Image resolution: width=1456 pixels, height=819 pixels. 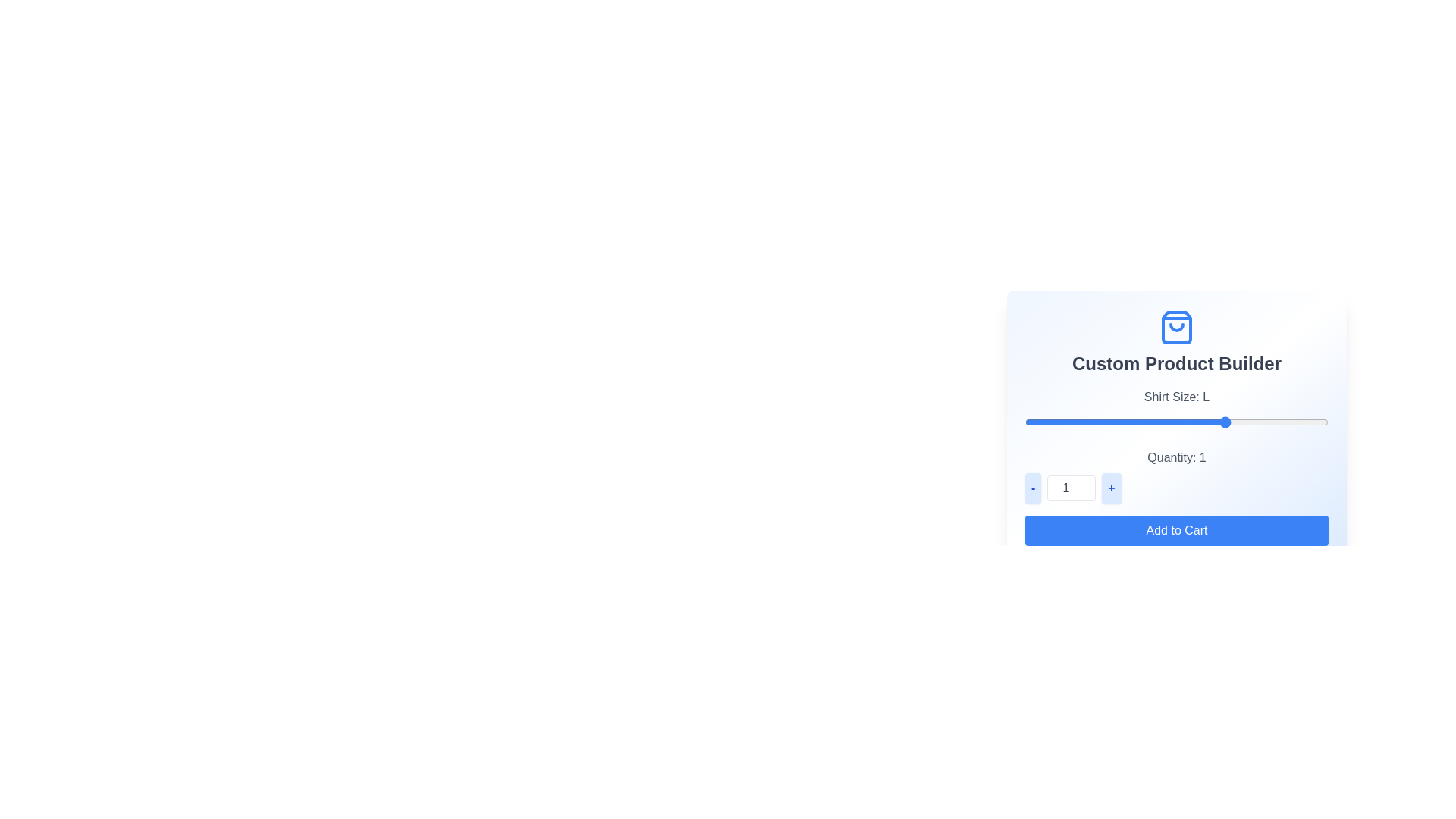 What do you see at coordinates (1111, 488) in the screenshot?
I see `the '+' button to increment the quantity of the selected item, which is located to the right of the numeric input field and between the '-' button and the 'Add to Cart' button` at bounding box center [1111, 488].